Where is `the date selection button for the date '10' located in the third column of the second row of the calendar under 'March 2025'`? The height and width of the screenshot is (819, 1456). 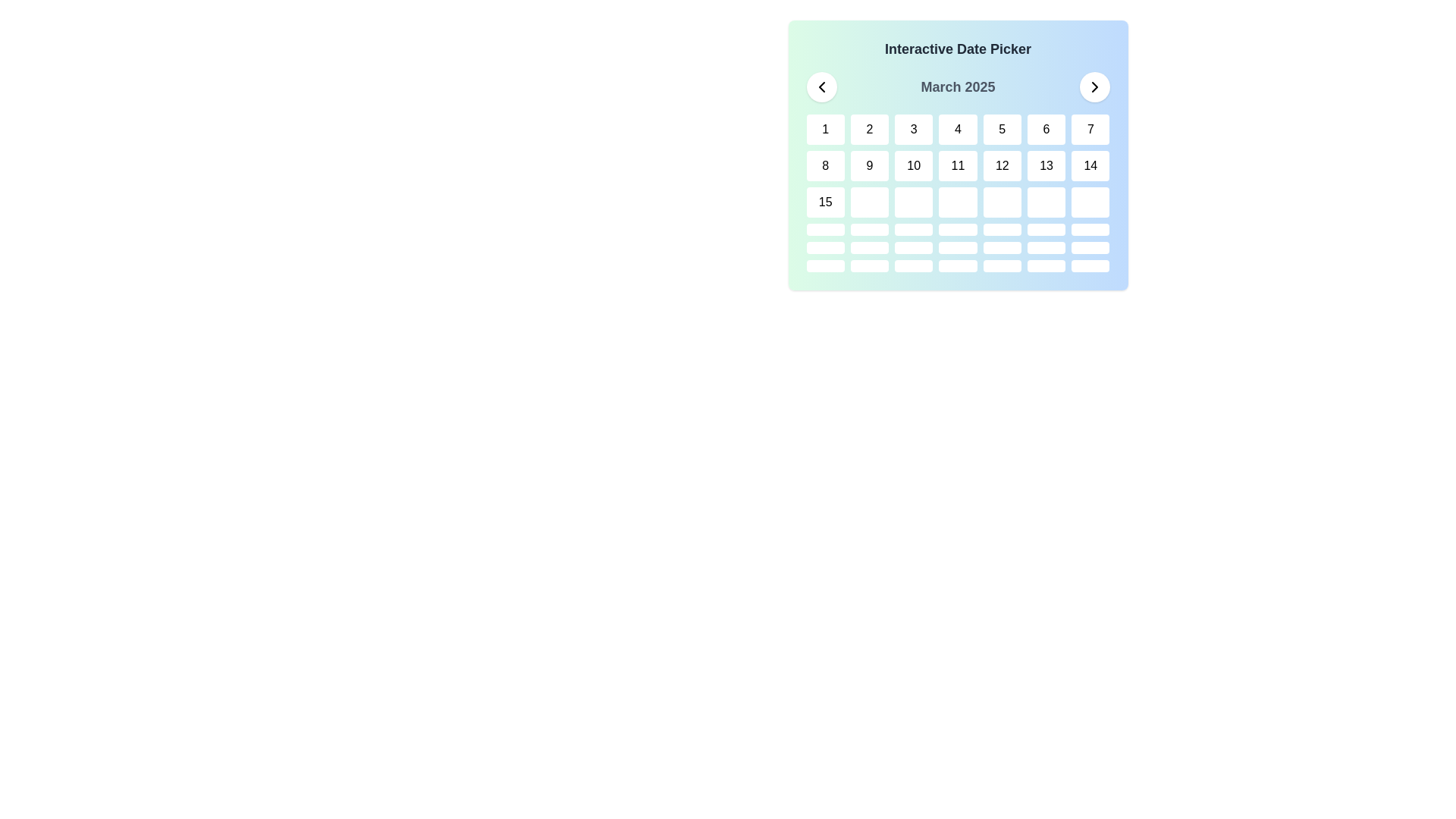 the date selection button for the date '10' located in the third column of the second row of the calendar under 'March 2025' is located at coordinates (913, 166).